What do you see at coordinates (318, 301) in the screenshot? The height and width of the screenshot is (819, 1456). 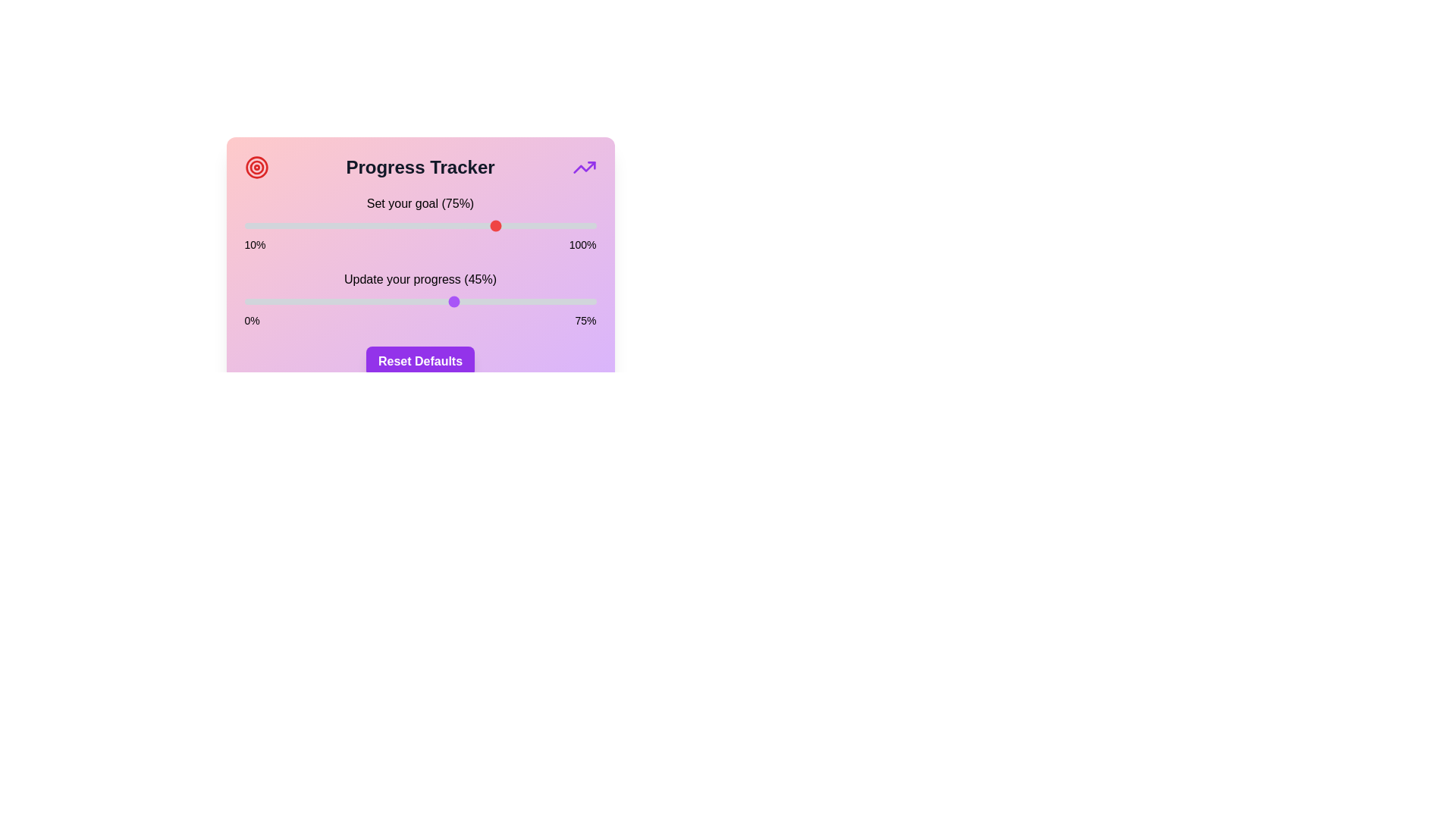 I see `the 'Update your progress' slider to set the progress to 16%` at bounding box center [318, 301].